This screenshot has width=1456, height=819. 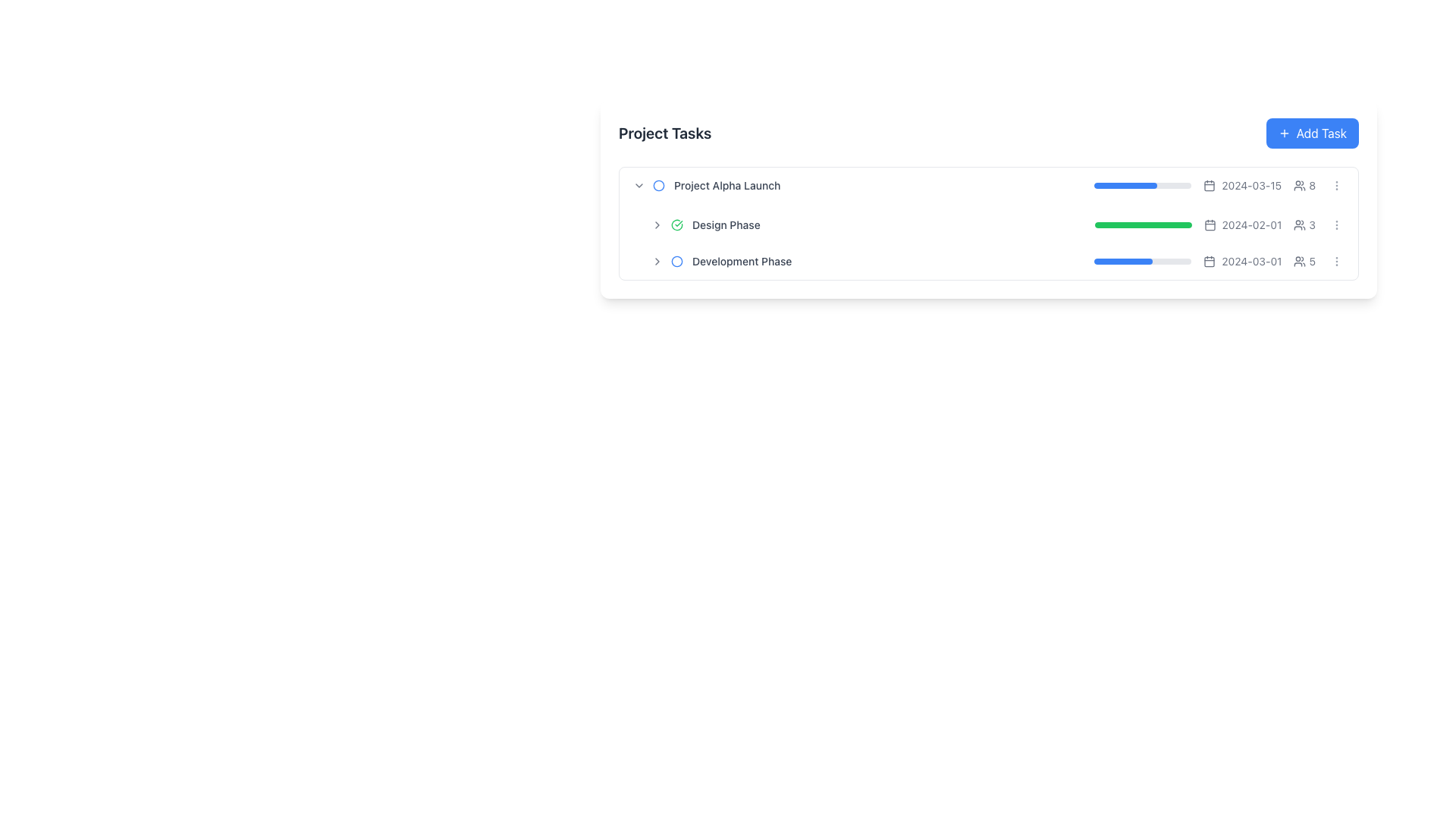 I want to click on the date-related action icon located to the left of the date '2024-03-15' in the first row of the 'Project Tasks' list, so click(x=1209, y=185).